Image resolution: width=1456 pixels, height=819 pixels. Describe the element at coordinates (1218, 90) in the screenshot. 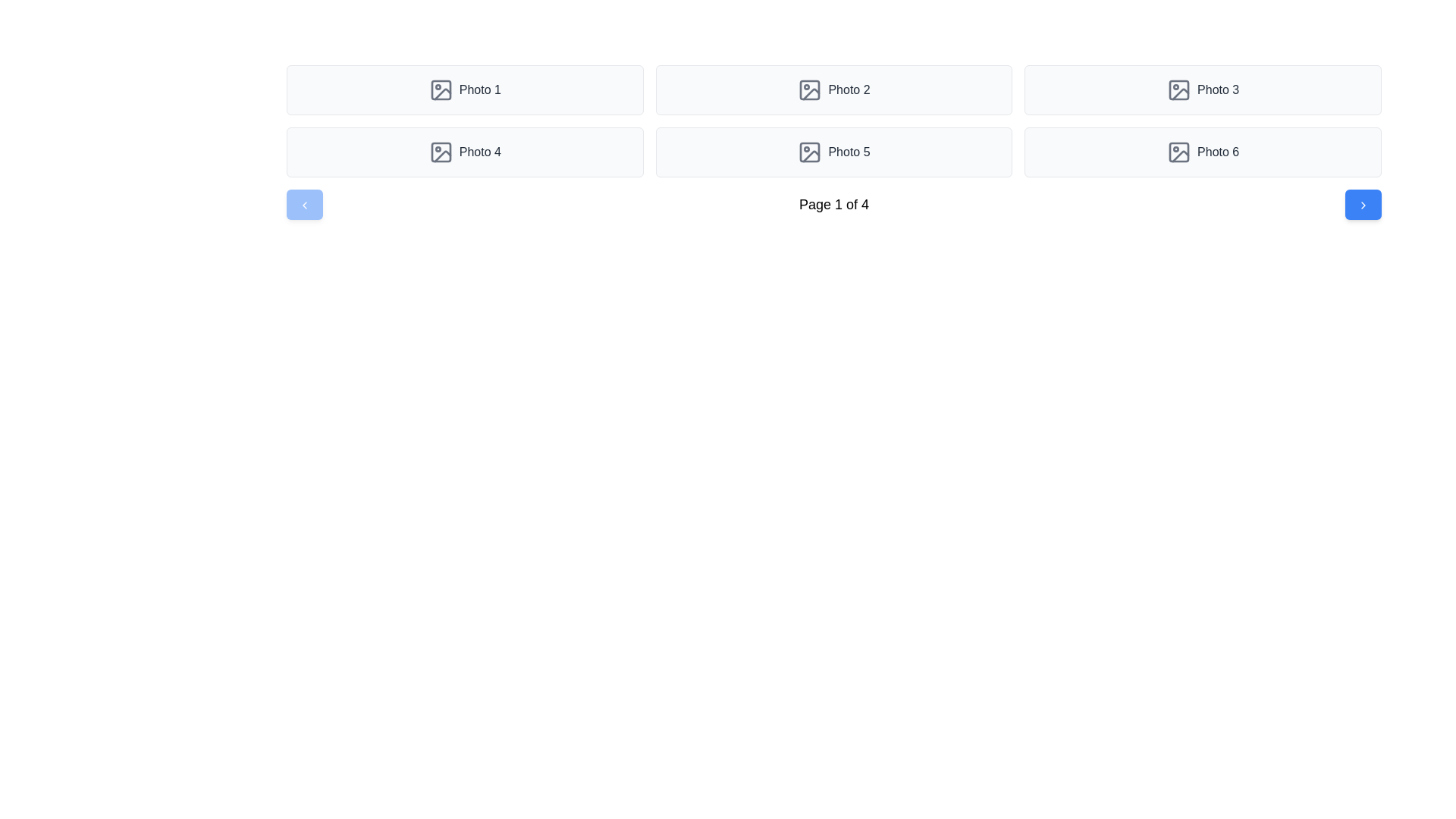

I see `the text label "Photo 3" which serves as a title for an associated photo representation, located in the second row, third column of the grid layout` at that location.